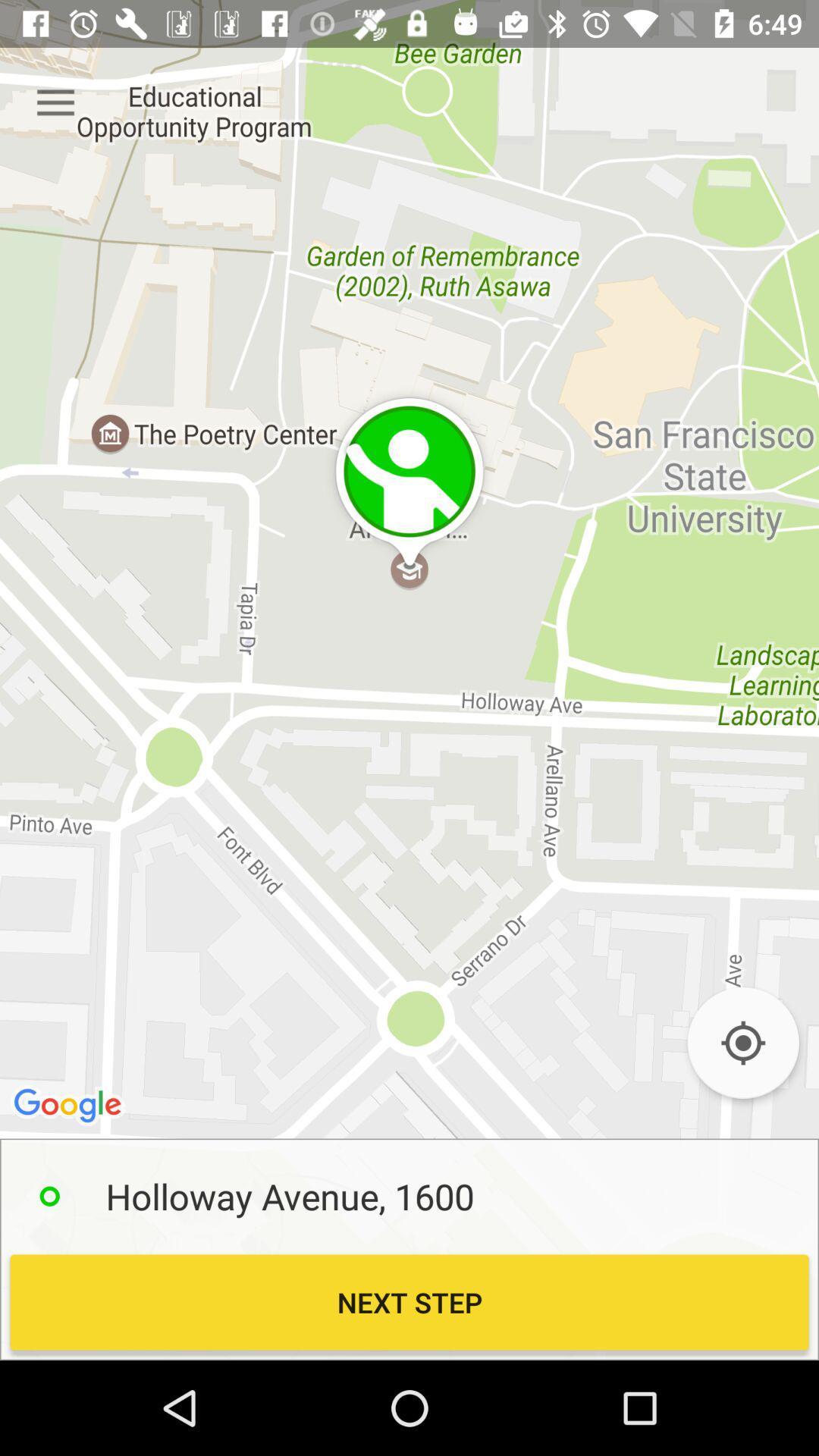 This screenshot has width=819, height=1456. What do you see at coordinates (742, 1042) in the screenshot?
I see `the icon above the holloway avenue, 1600 item` at bounding box center [742, 1042].